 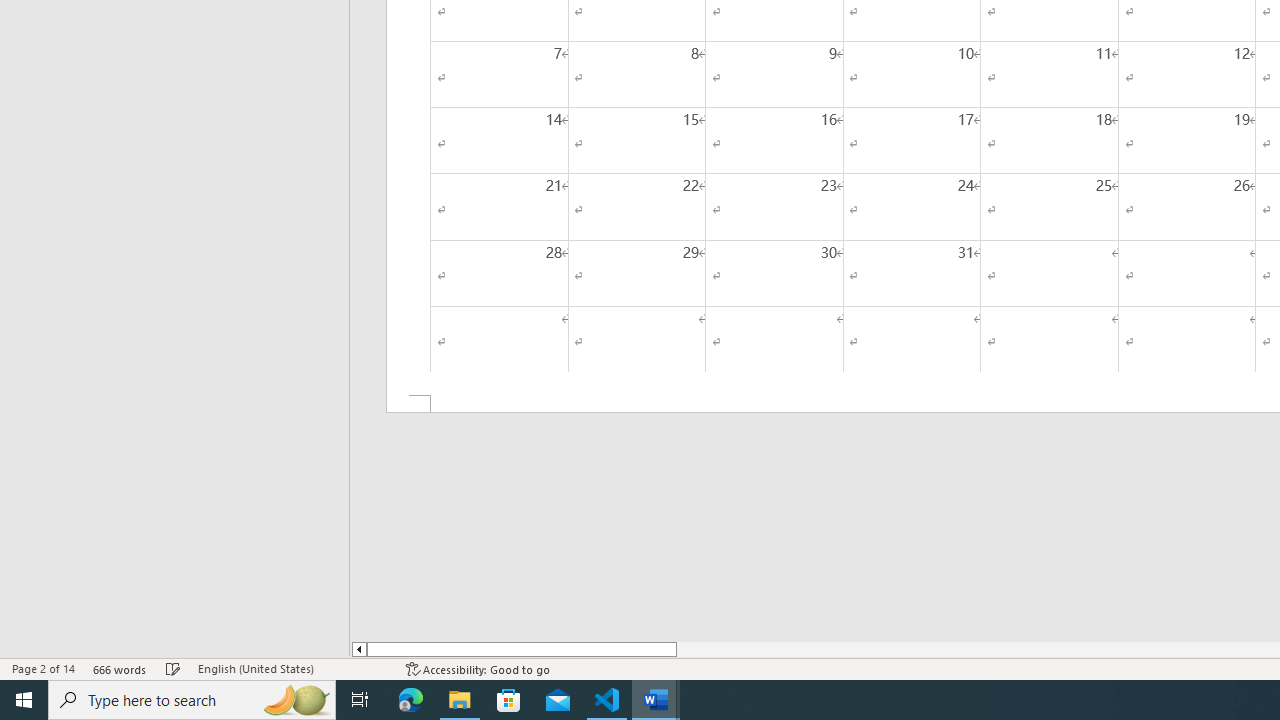 What do you see at coordinates (477, 669) in the screenshot?
I see `'Accessibility Checker Accessibility: Good to go'` at bounding box center [477, 669].